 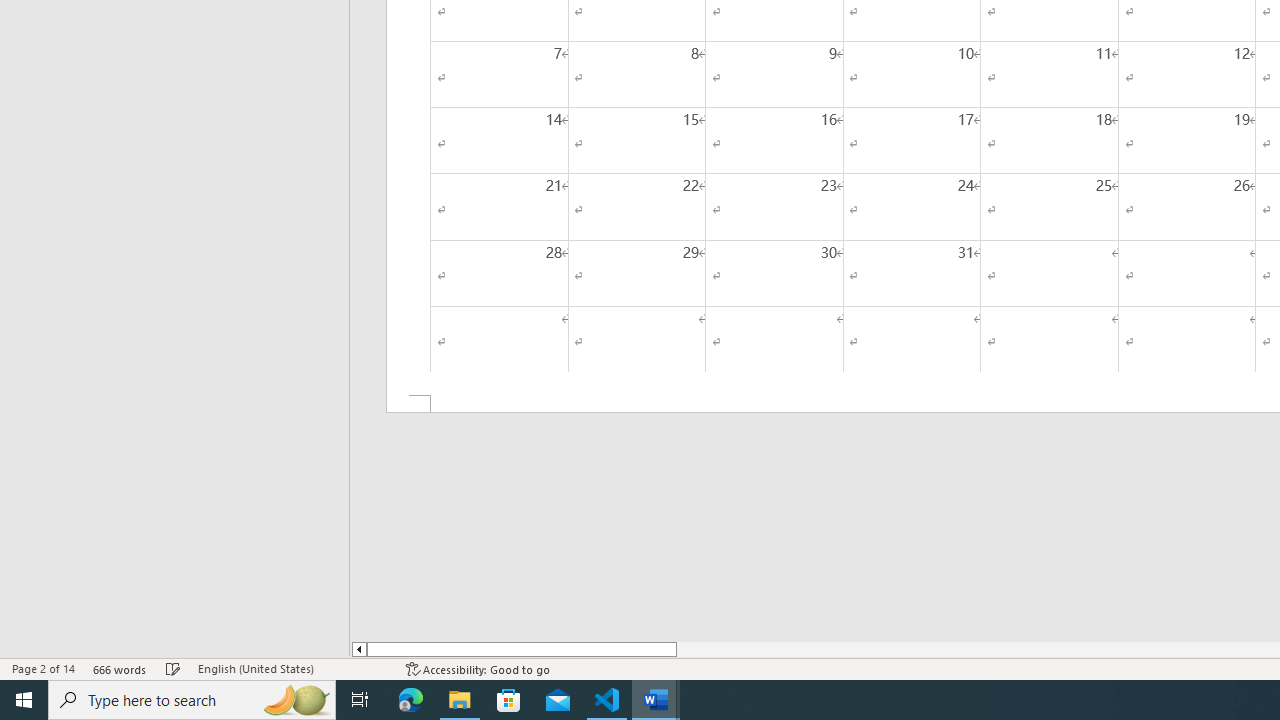 What do you see at coordinates (477, 669) in the screenshot?
I see `'Accessibility Checker Accessibility: Good to go'` at bounding box center [477, 669].